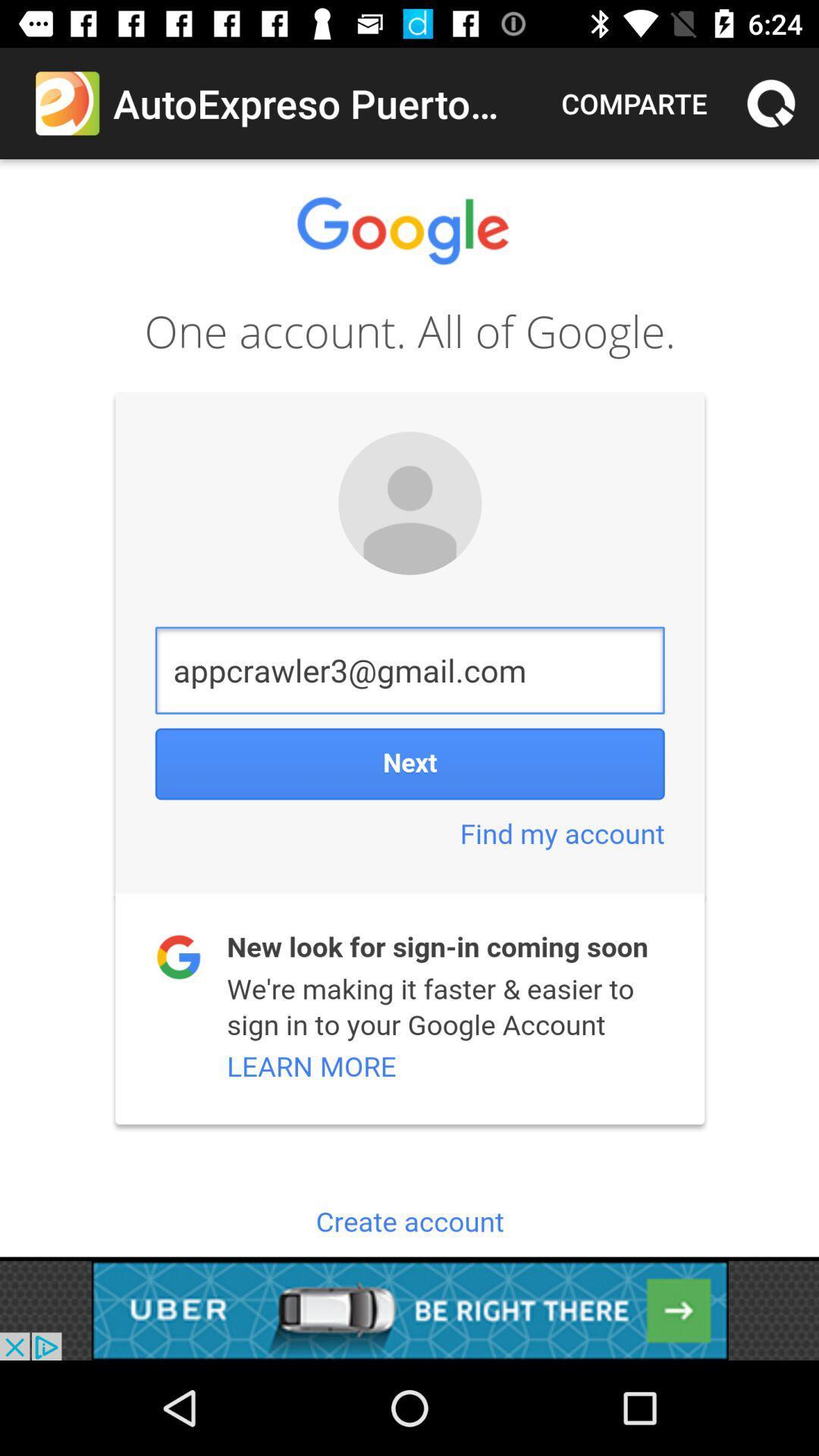 This screenshot has width=819, height=1456. I want to click on advertisement, so click(409, 1310).